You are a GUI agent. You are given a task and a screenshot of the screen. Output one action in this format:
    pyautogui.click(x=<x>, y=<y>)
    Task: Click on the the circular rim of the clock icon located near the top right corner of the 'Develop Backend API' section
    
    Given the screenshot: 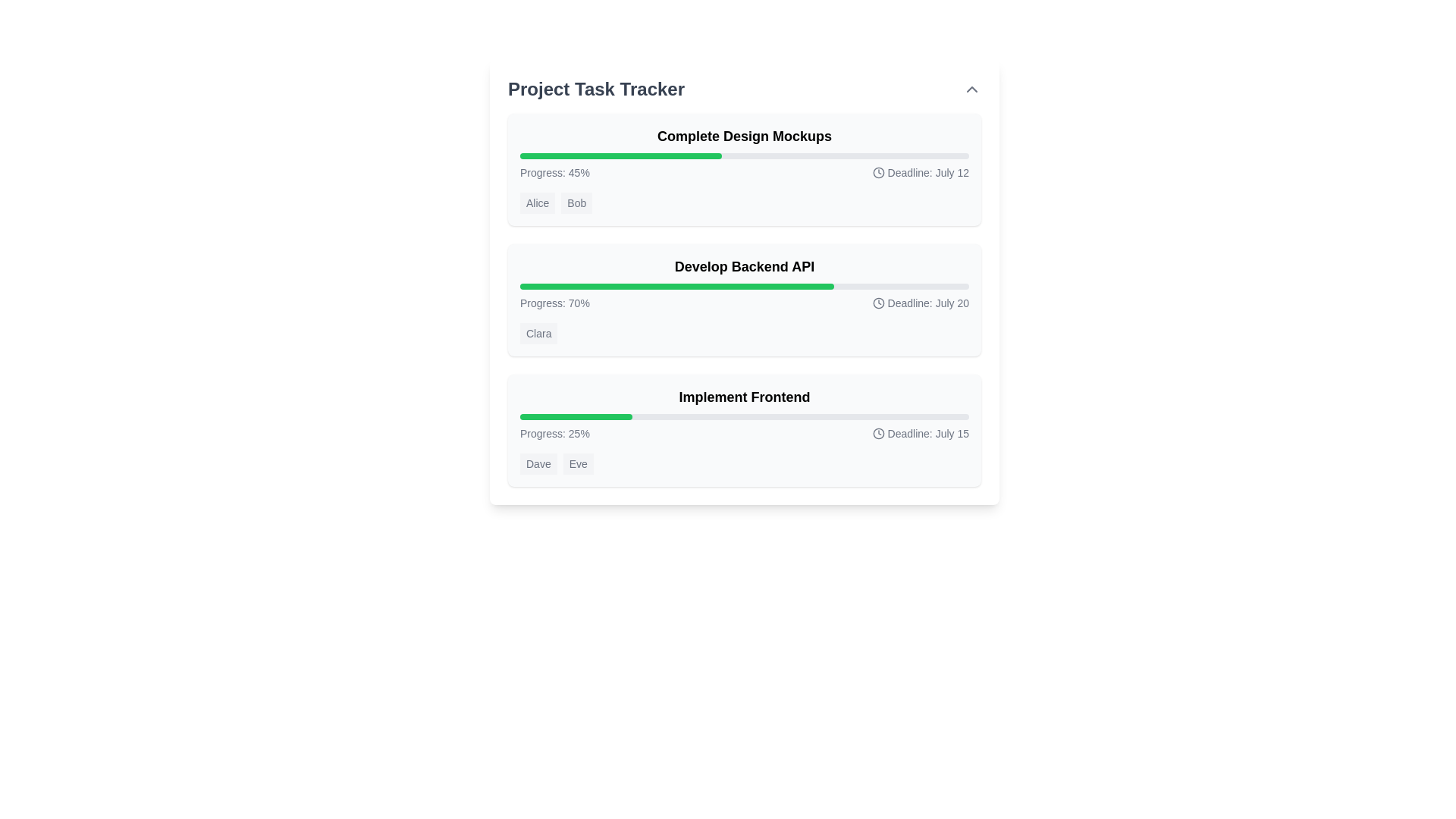 What is the action you would take?
    pyautogui.click(x=878, y=303)
    